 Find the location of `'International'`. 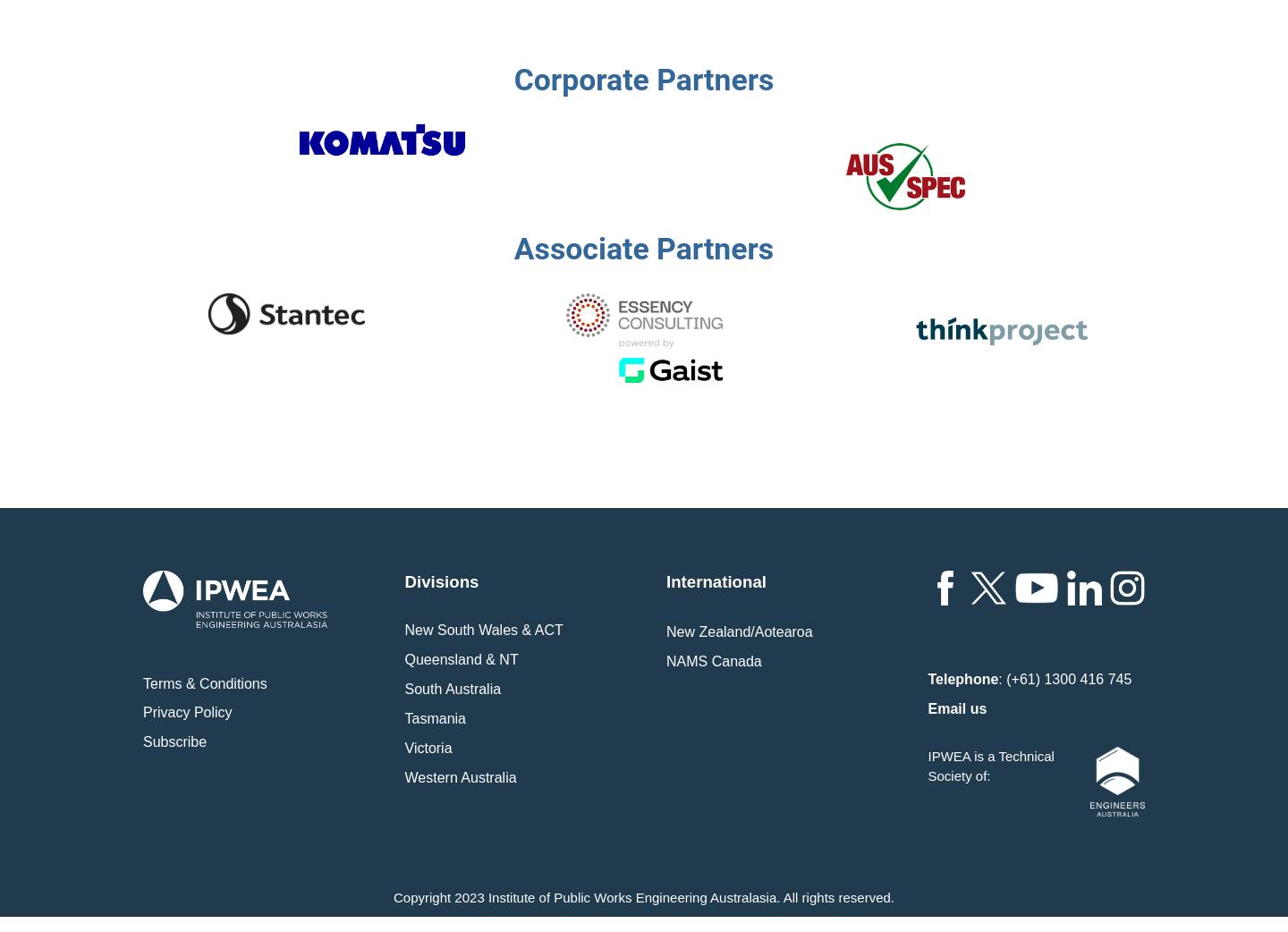

'International' is located at coordinates (716, 580).